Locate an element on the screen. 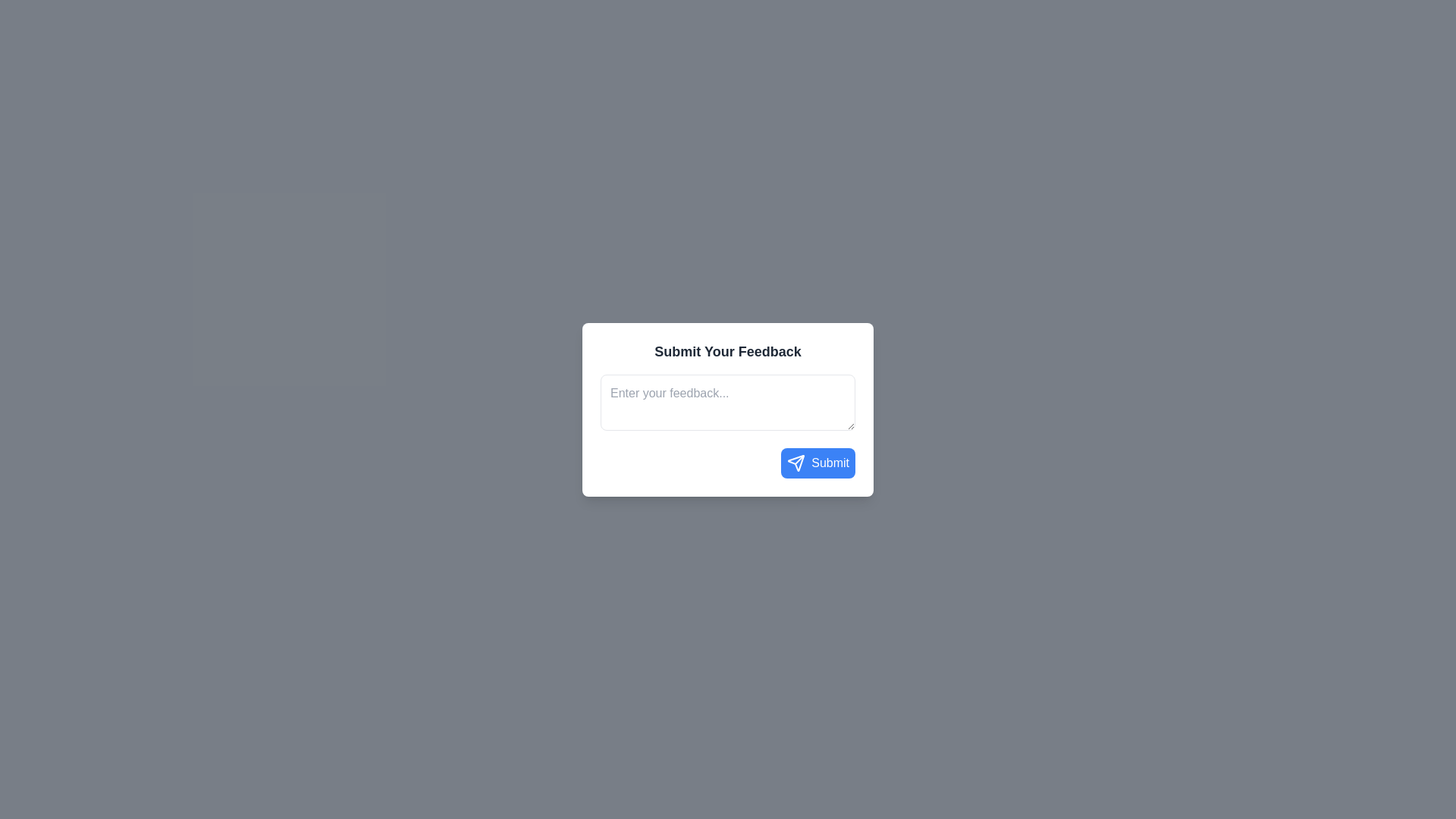  the 'Submit' button with a blue background and white text, which is located at the bottom-right corner of the form modal, to change its color is located at coordinates (817, 462).